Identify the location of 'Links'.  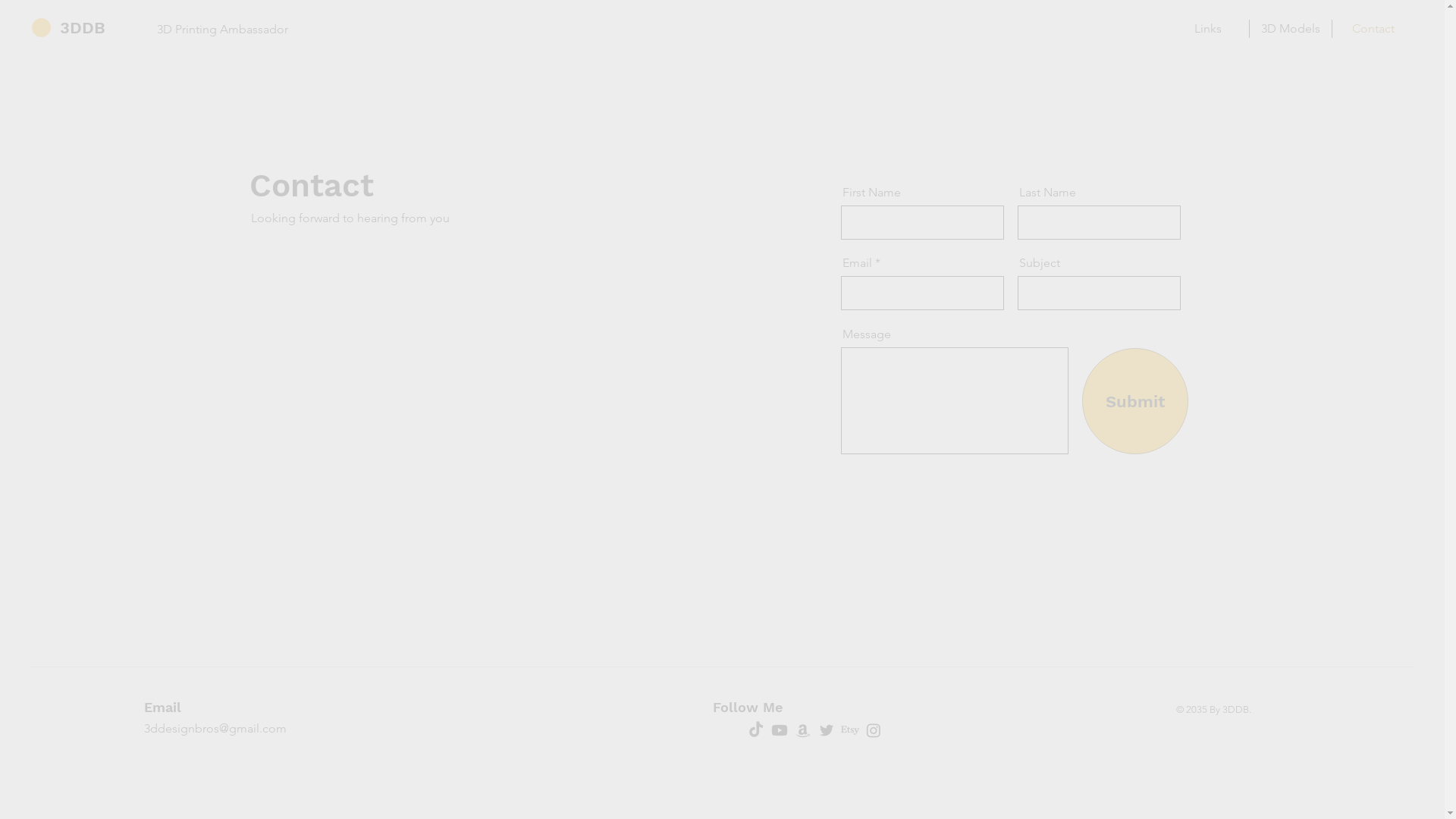
(1207, 29).